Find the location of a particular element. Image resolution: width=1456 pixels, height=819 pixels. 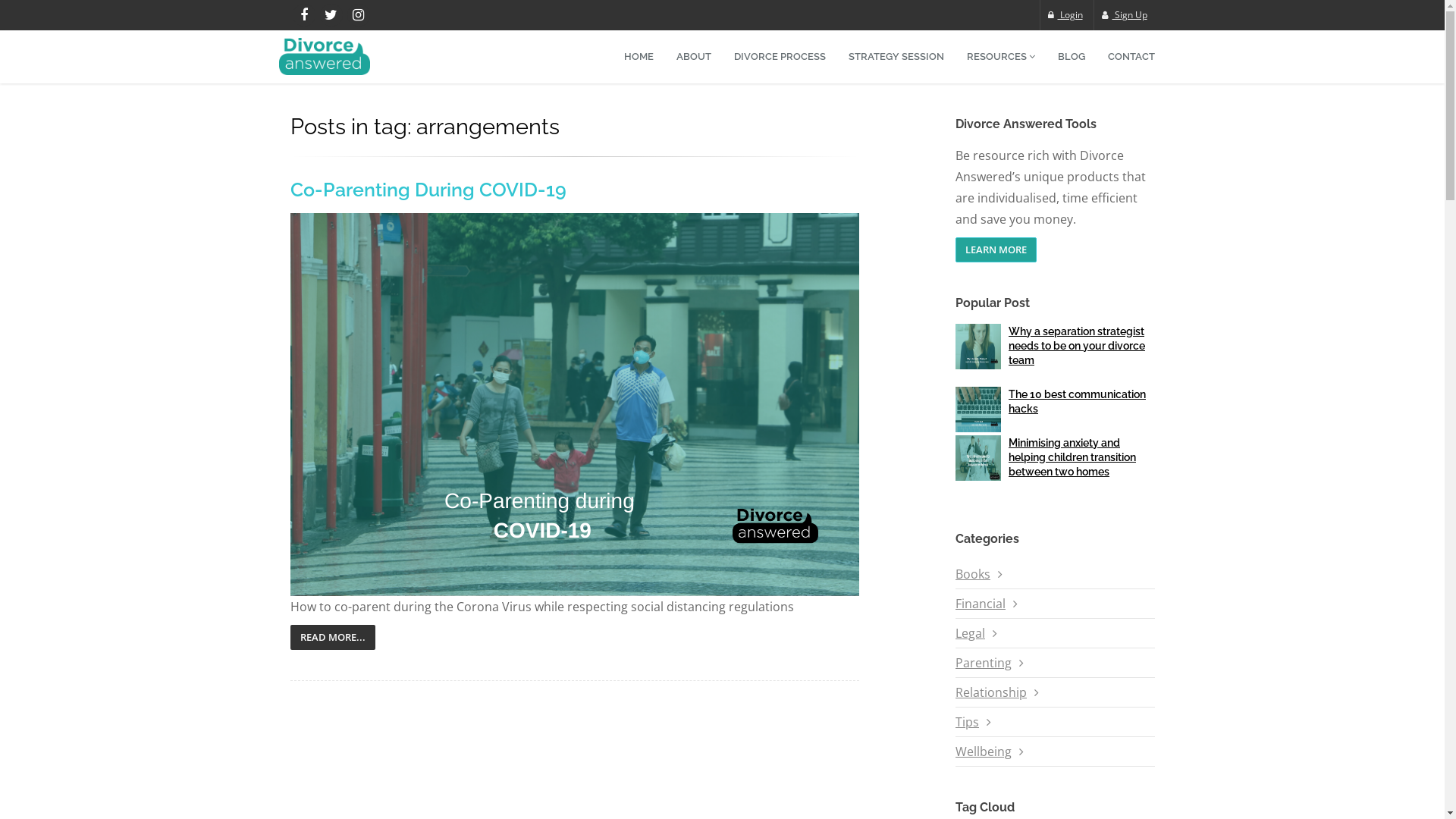

'HOME' is located at coordinates (639, 55).